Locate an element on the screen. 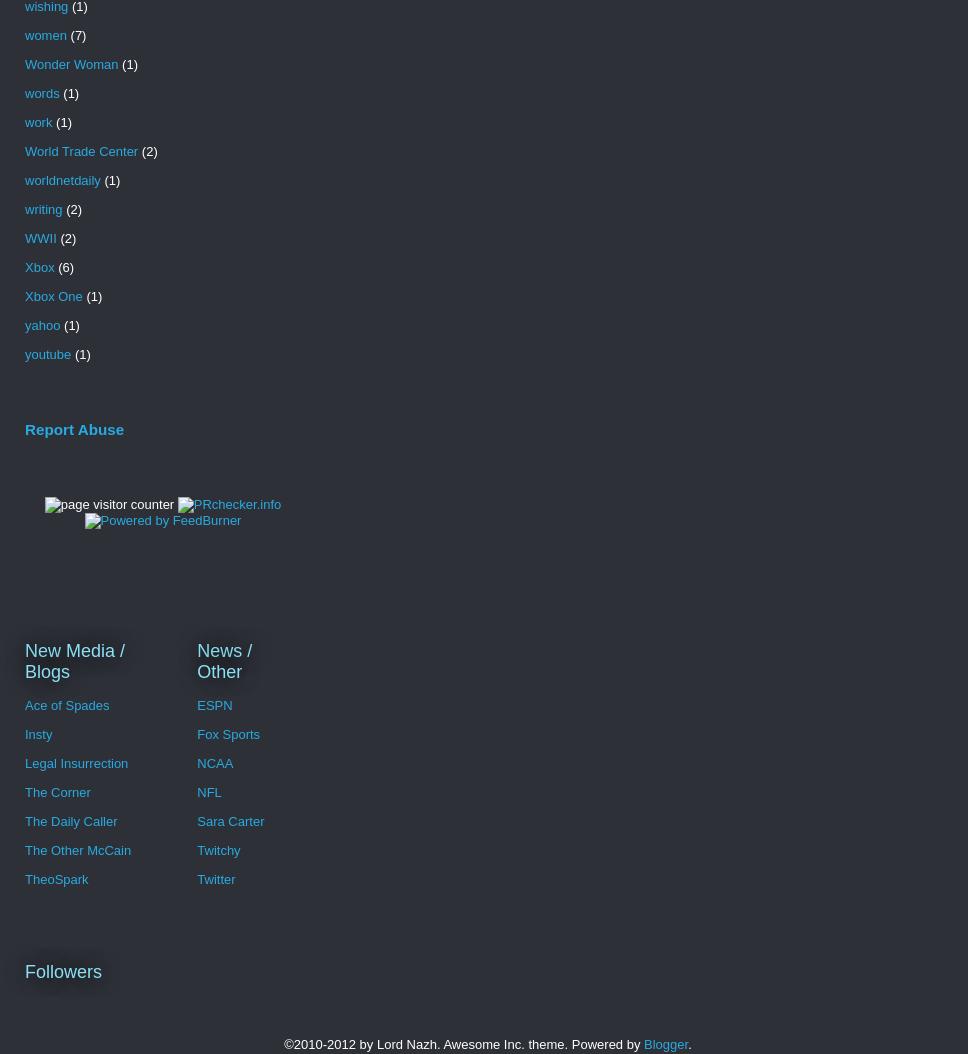  'NCAA' is located at coordinates (213, 763).